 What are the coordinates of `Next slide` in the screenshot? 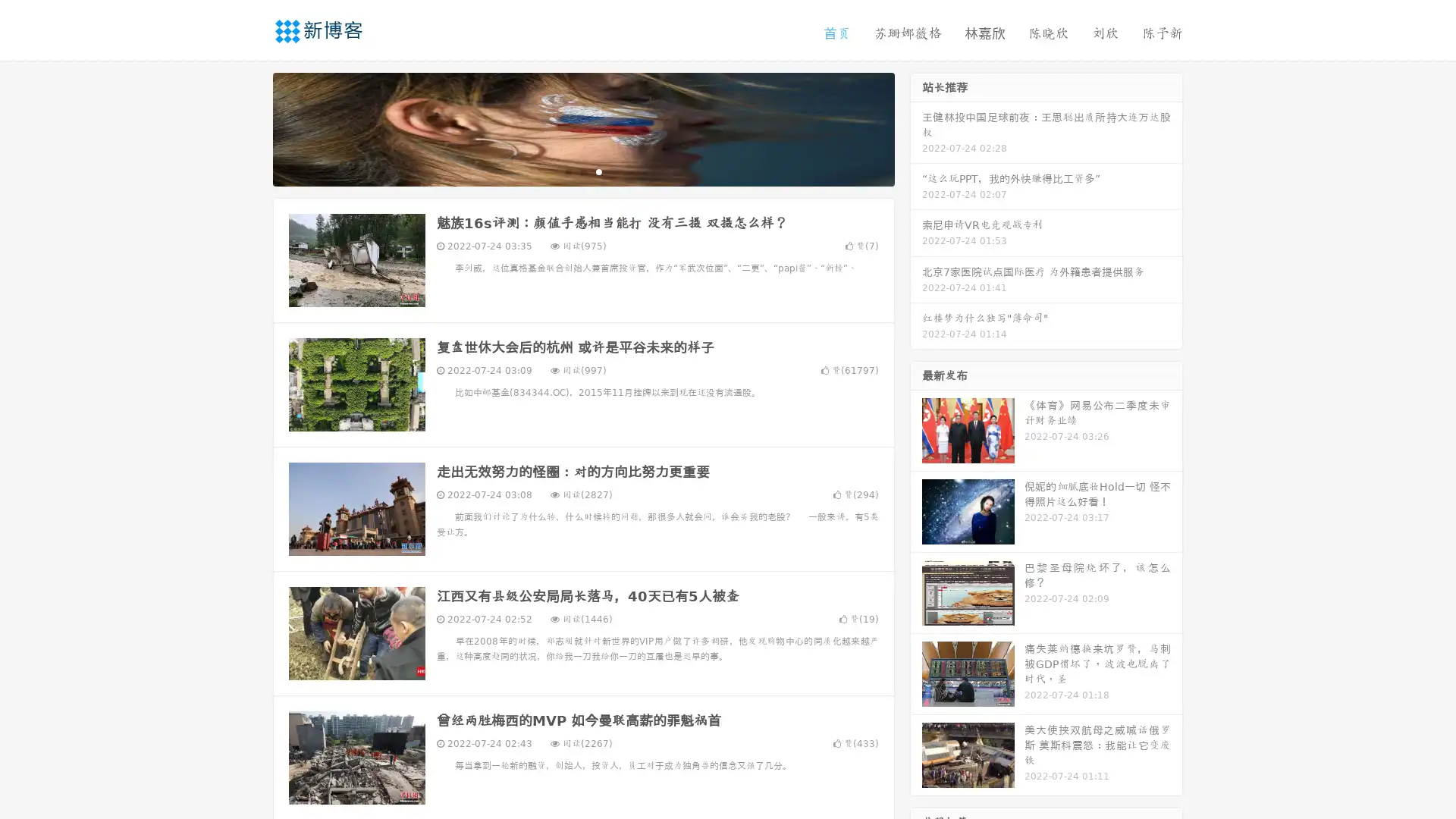 It's located at (916, 127).